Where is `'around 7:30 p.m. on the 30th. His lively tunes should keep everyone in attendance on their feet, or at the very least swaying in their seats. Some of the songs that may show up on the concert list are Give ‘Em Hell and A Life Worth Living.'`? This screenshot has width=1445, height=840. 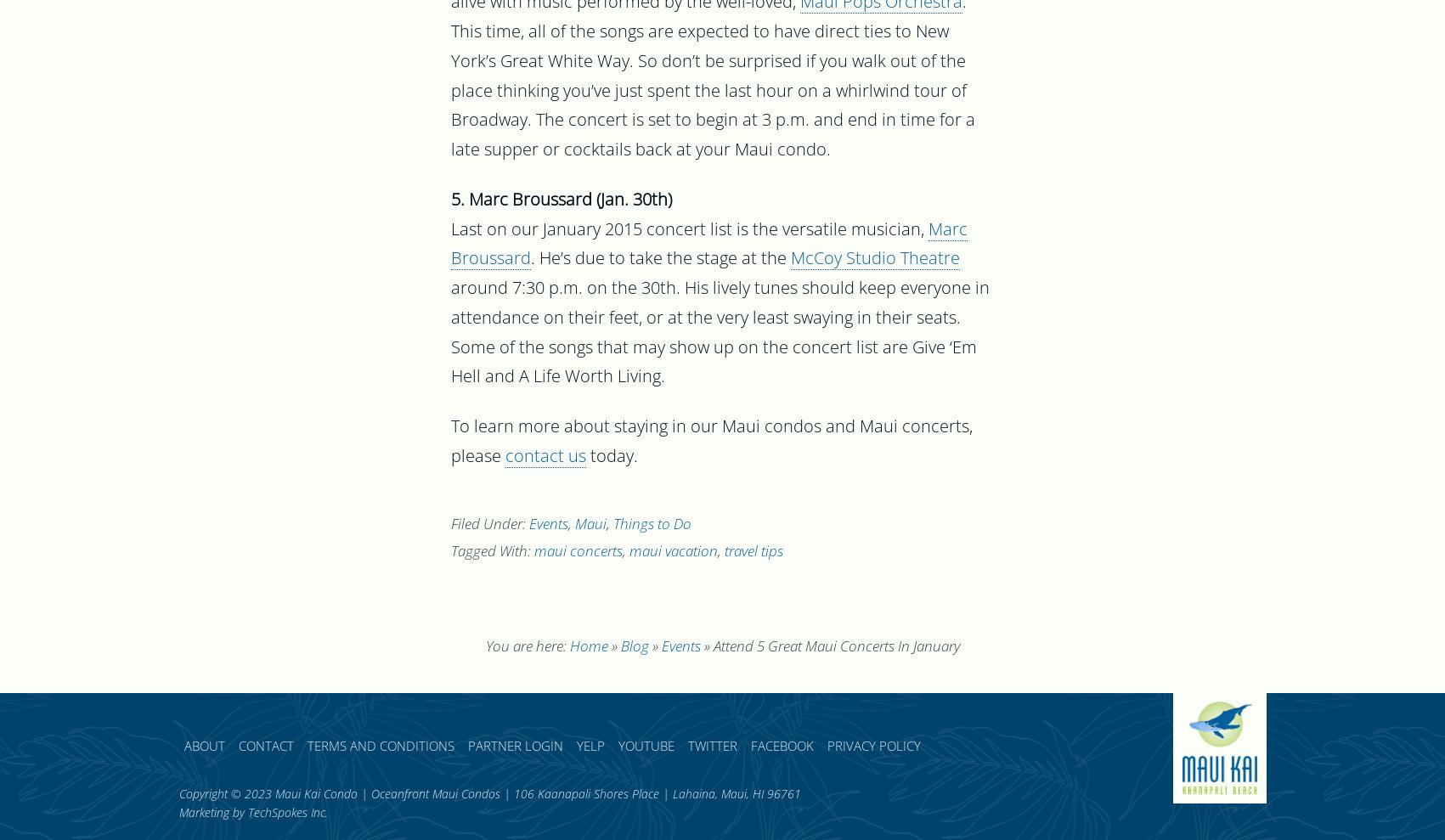 'around 7:30 p.m. on the 30th. His lively tunes should keep everyone in attendance on their feet, or at the very least swaying in their seats. Some of the songs that may show up on the concert list are Give ‘Em Hell and A Life Worth Living.' is located at coordinates (450, 334).